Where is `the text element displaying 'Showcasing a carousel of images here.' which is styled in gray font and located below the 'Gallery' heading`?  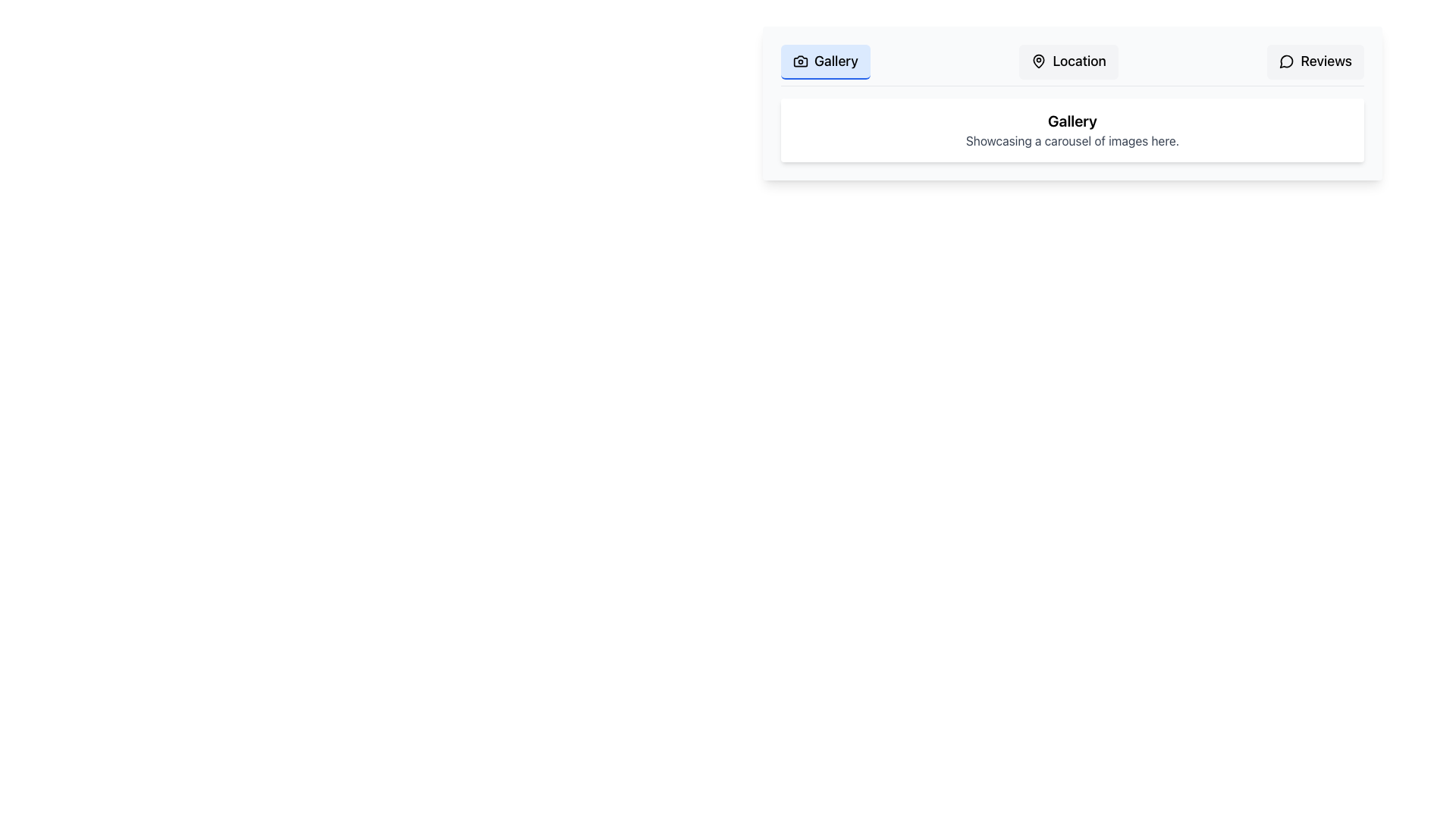 the text element displaying 'Showcasing a carousel of images here.' which is styled in gray font and located below the 'Gallery' heading is located at coordinates (1072, 140).